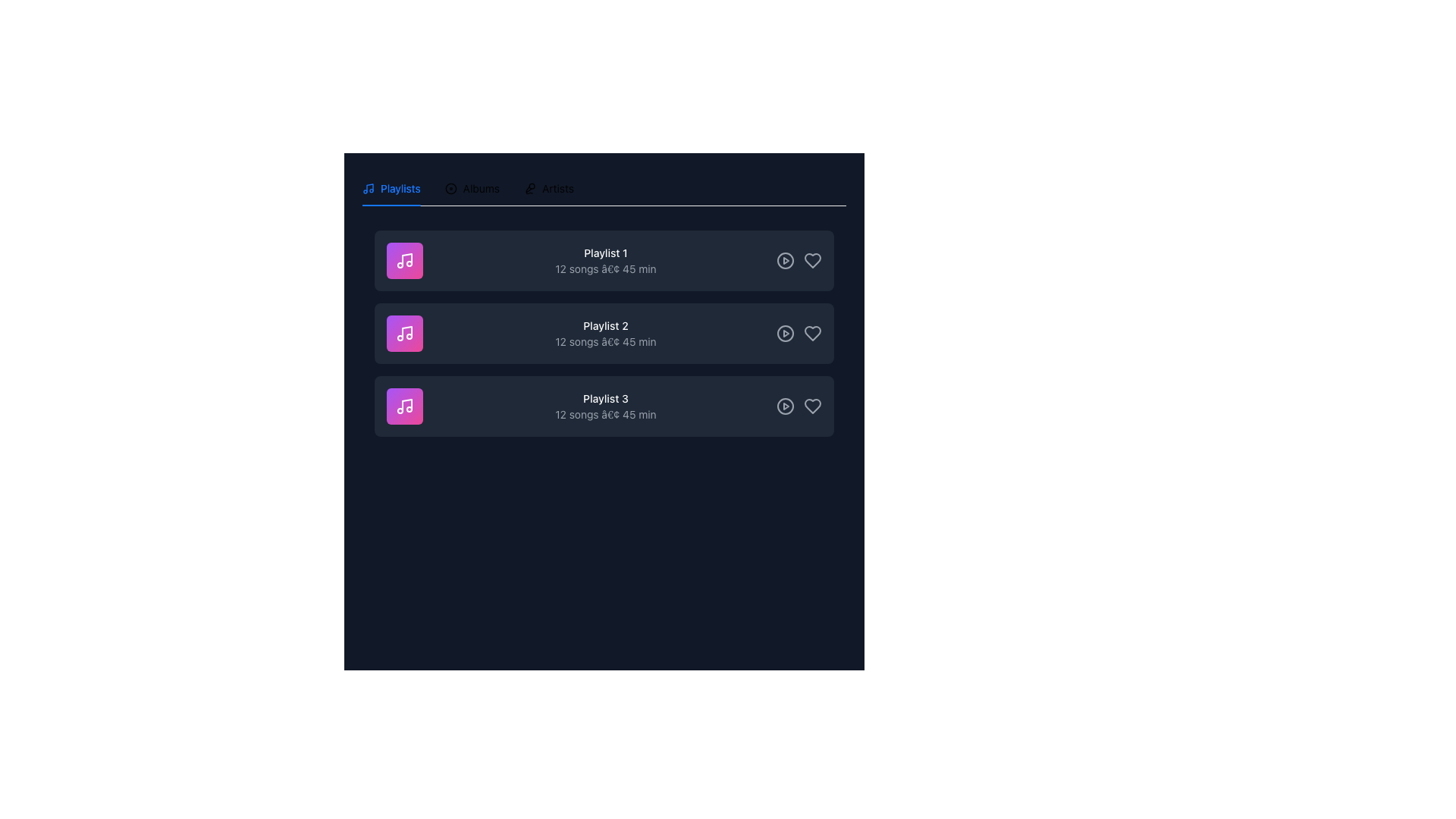 Image resolution: width=1456 pixels, height=819 pixels. What do you see at coordinates (604, 342) in the screenshot?
I see `the text display element showing '12 songs • 45 min', which is positioned directly below 'Playlist 2' in a small, gray font within the playlist card` at bounding box center [604, 342].